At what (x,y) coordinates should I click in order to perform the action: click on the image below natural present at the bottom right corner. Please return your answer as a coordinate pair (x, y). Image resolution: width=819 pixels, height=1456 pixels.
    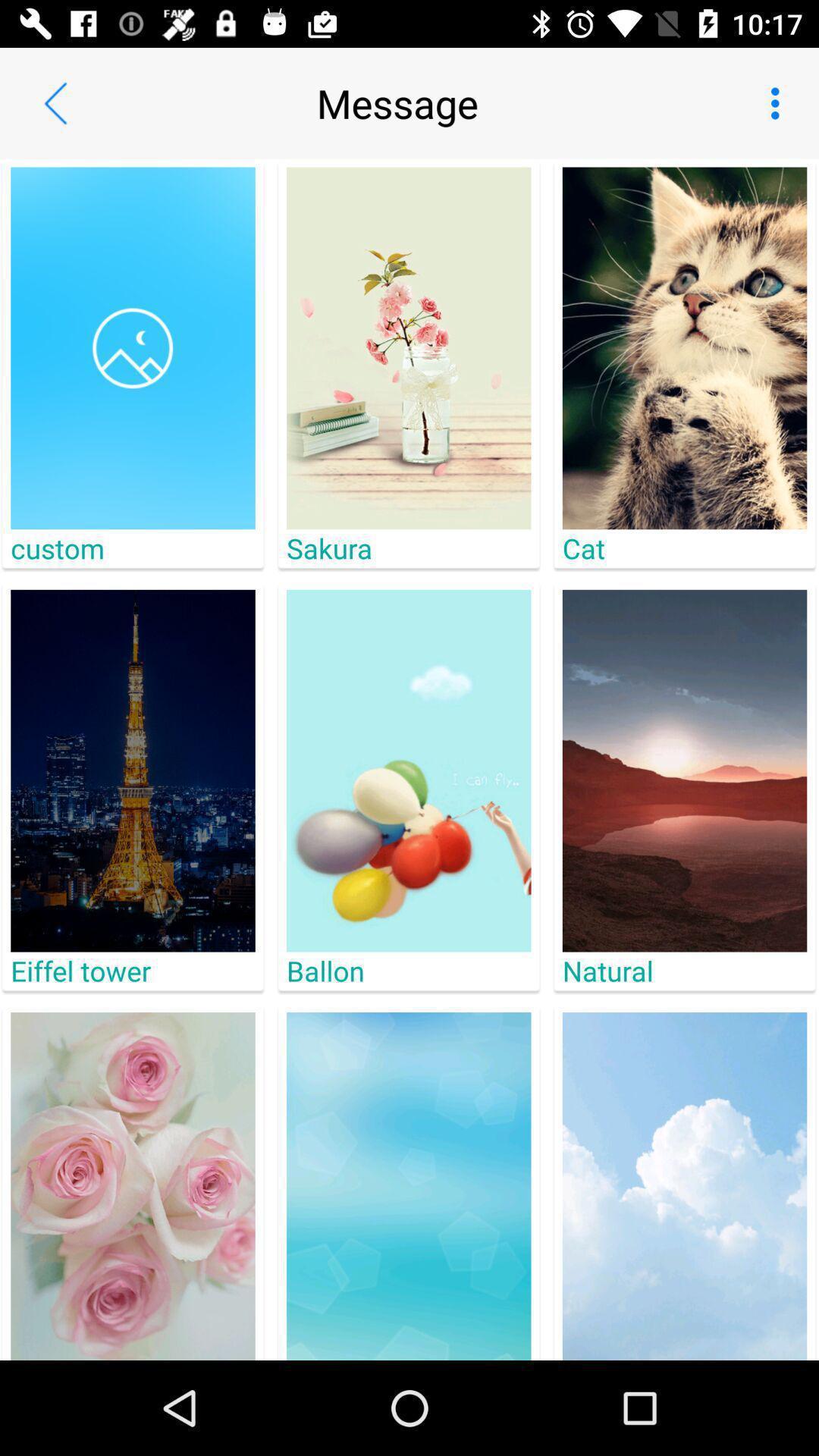
    Looking at the image, I should click on (684, 1185).